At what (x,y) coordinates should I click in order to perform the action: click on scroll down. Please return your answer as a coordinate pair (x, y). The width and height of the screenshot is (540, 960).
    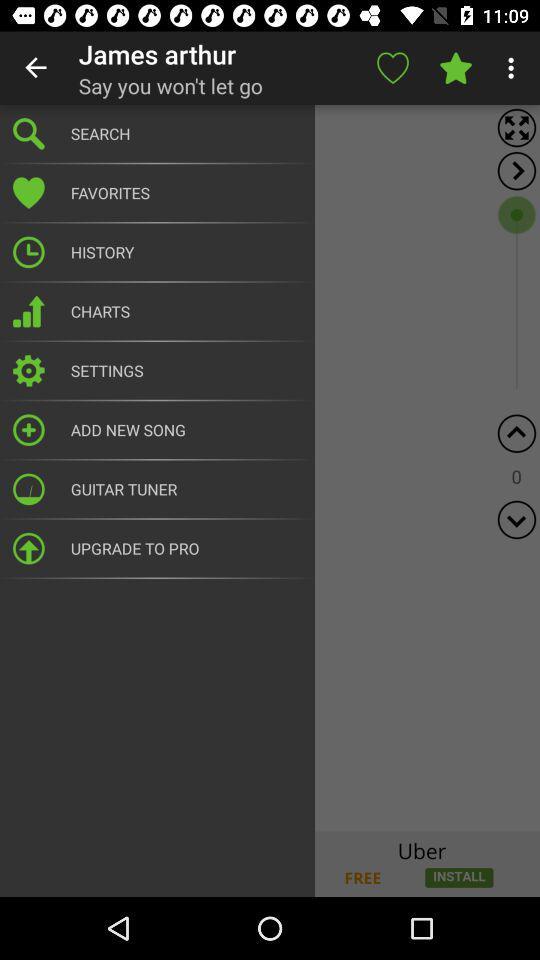
    Looking at the image, I should click on (516, 518).